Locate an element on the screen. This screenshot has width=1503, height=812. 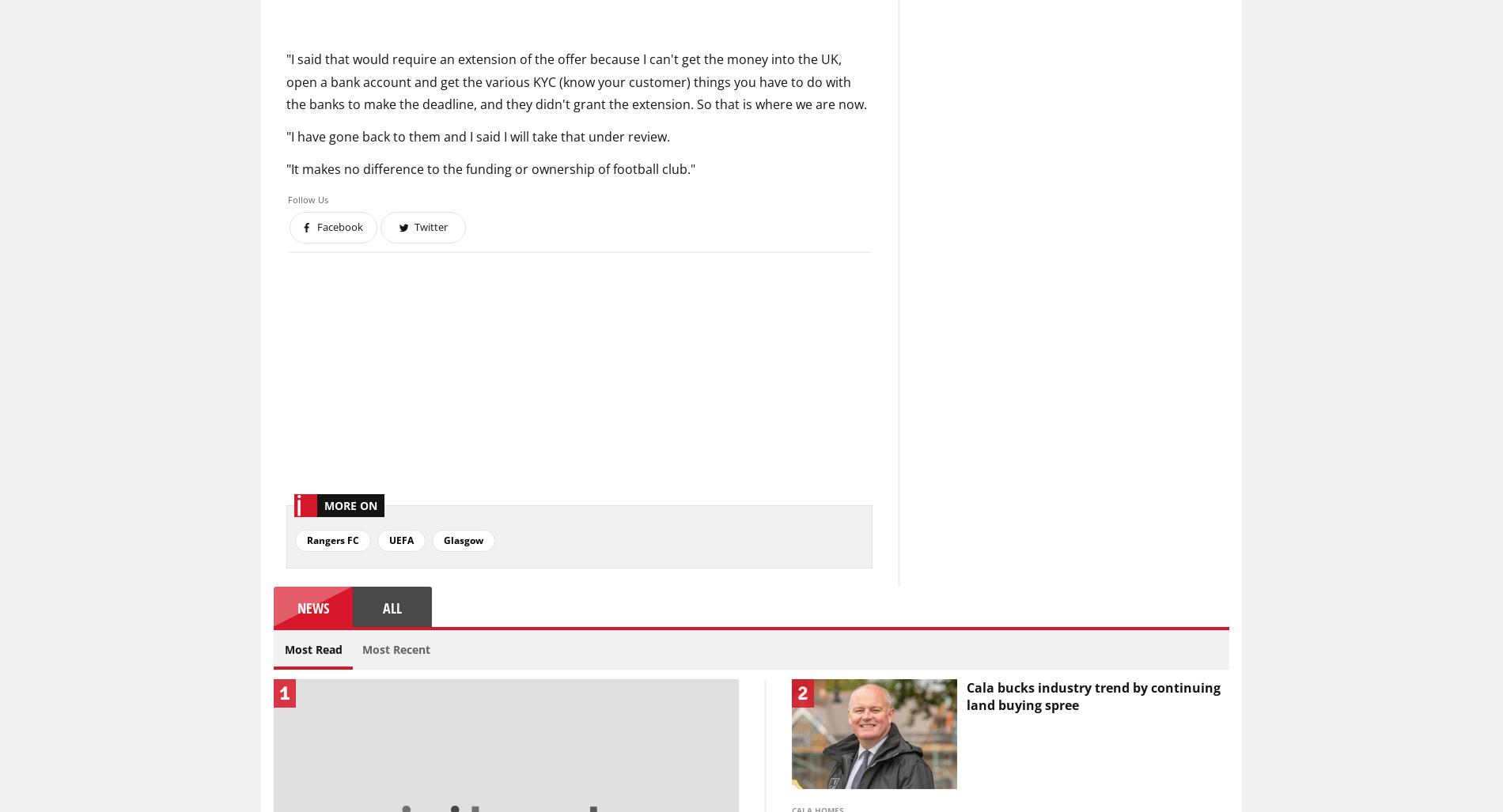
'Glasgow' is located at coordinates (463, 538).